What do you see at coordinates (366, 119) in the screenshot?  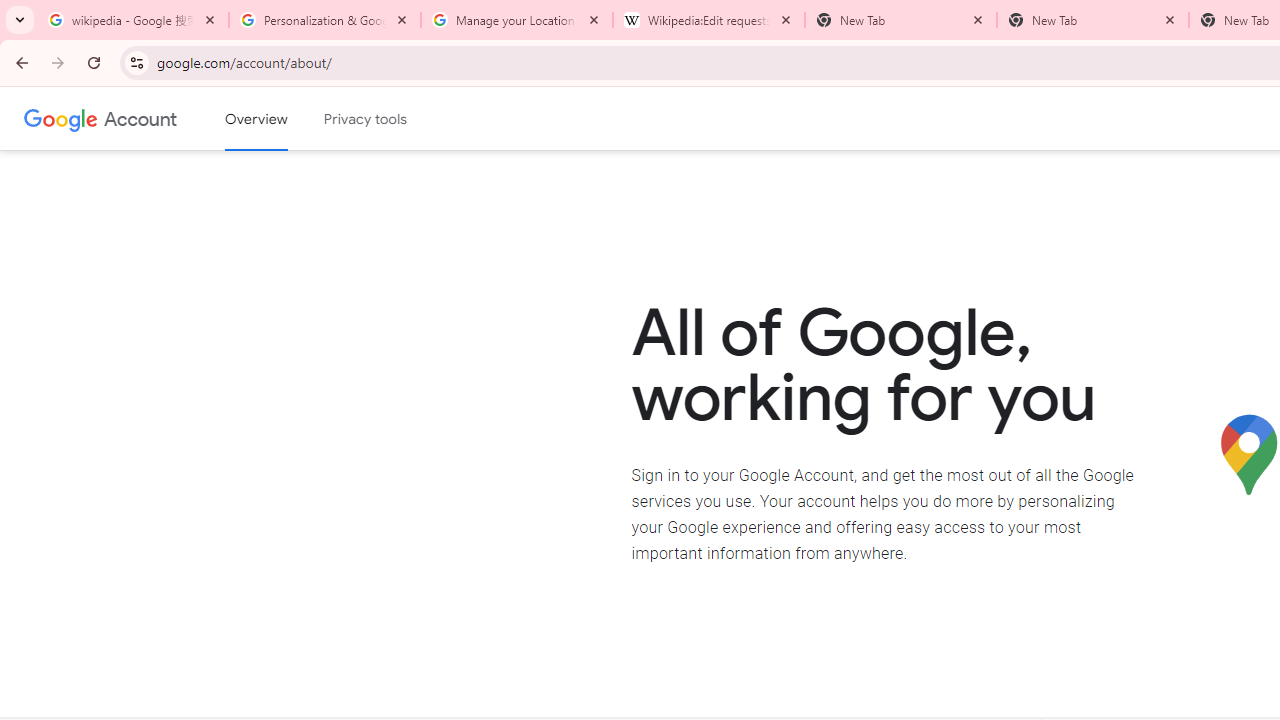 I see `'Privacy tools'` at bounding box center [366, 119].